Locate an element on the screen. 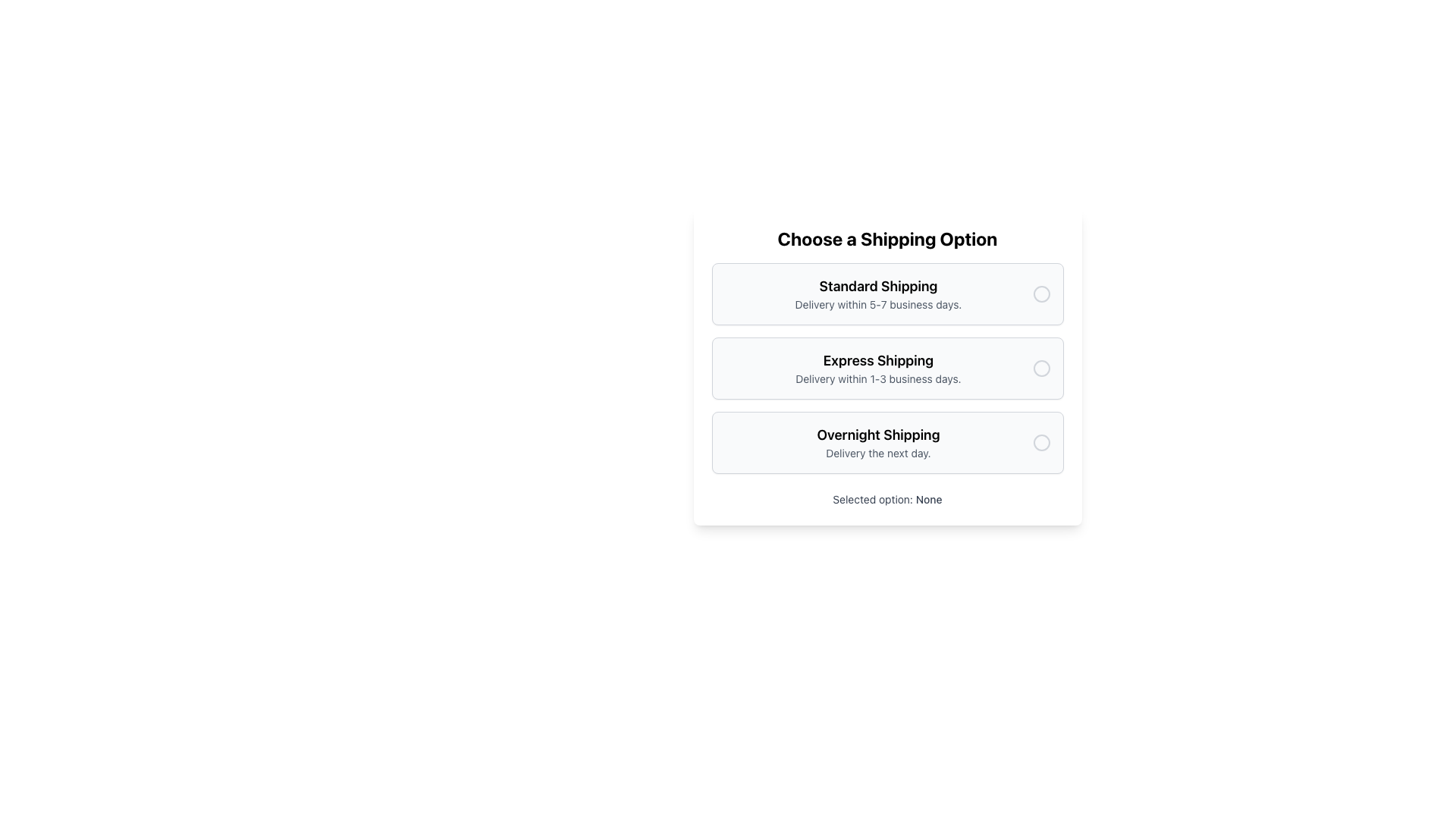 The width and height of the screenshot is (1456, 819). the radio button for 'Express Shipping', which is a circular icon with a gray border located at the far right of the selection option is located at coordinates (1040, 369).